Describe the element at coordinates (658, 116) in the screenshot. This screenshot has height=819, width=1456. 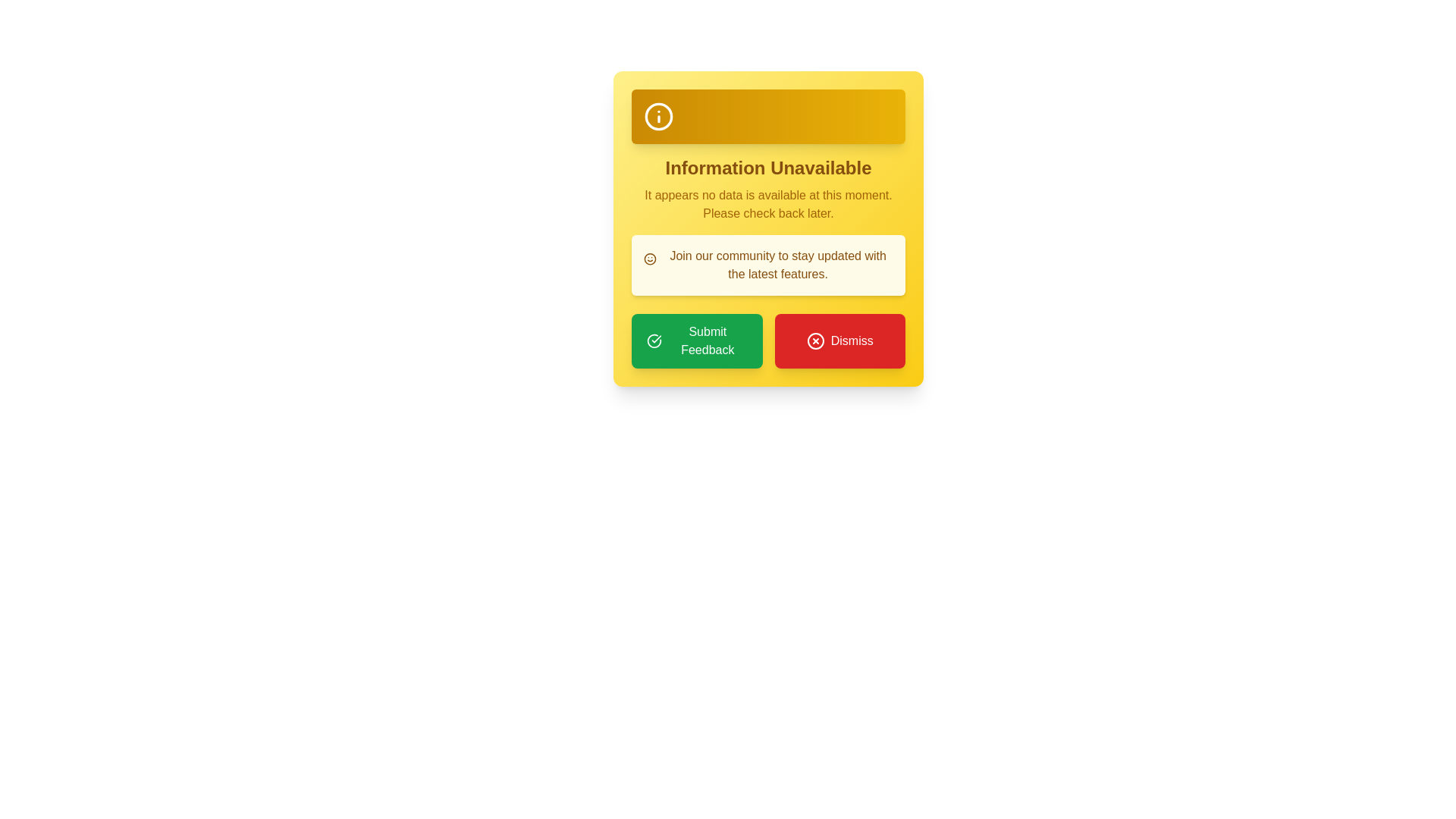
I see `the information indicator icon located in the upper-left corner of the rectangular box with a gradient yellow-orange background` at that location.